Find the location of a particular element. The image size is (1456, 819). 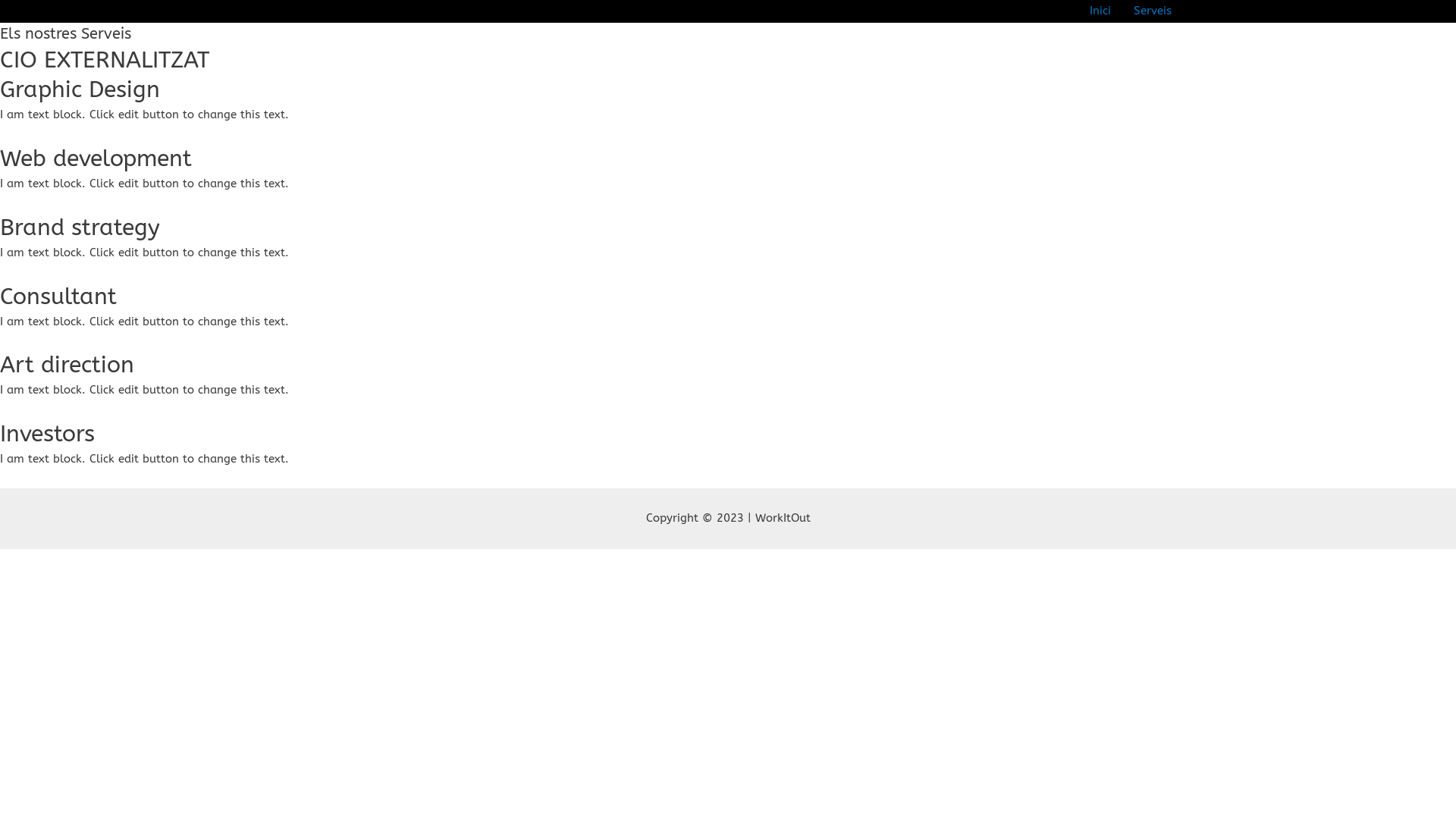

'Serveis' is located at coordinates (1153, 11).